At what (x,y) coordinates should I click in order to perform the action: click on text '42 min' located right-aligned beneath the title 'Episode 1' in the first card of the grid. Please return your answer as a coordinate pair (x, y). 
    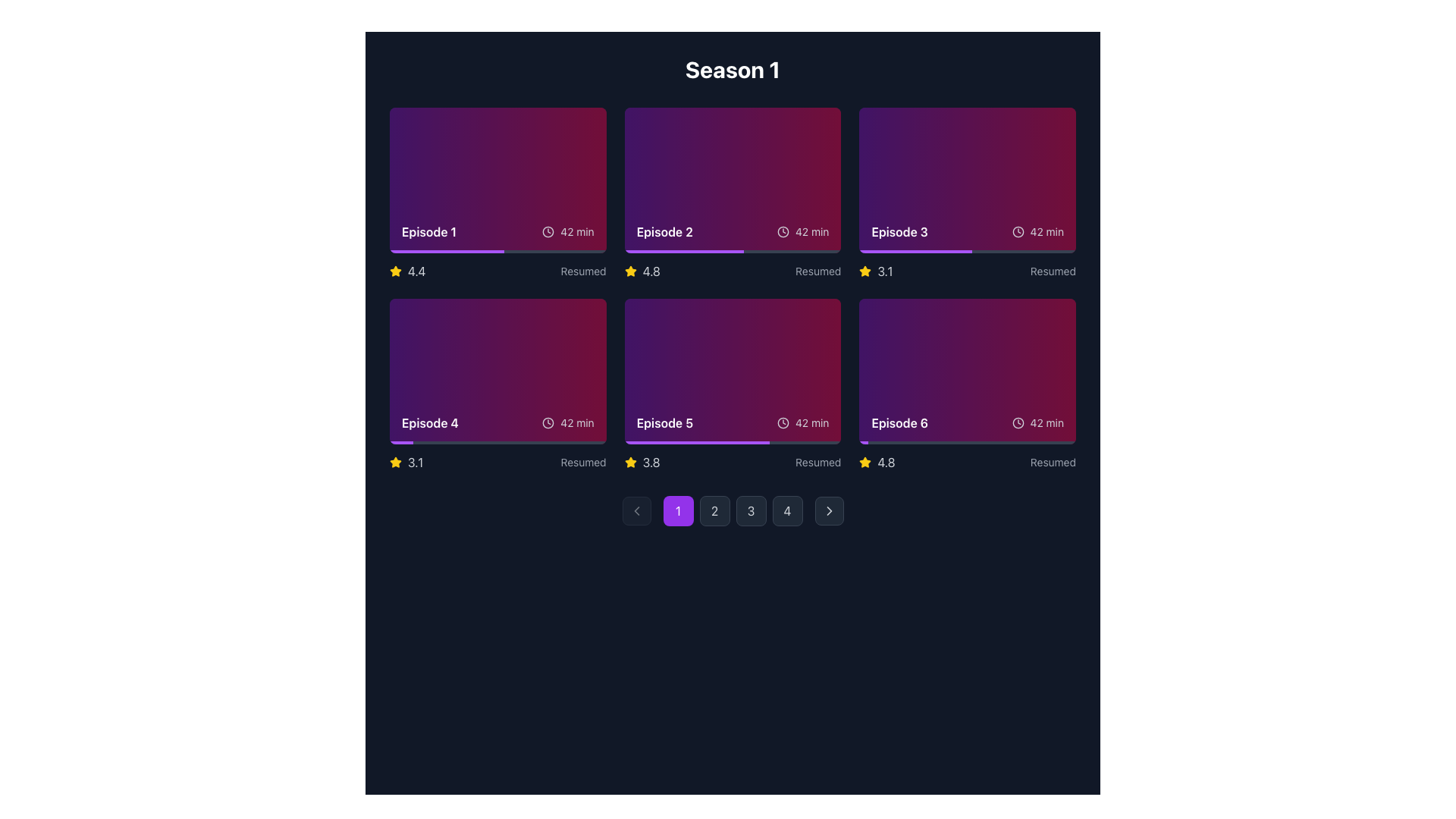
    Looking at the image, I should click on (567, 231).